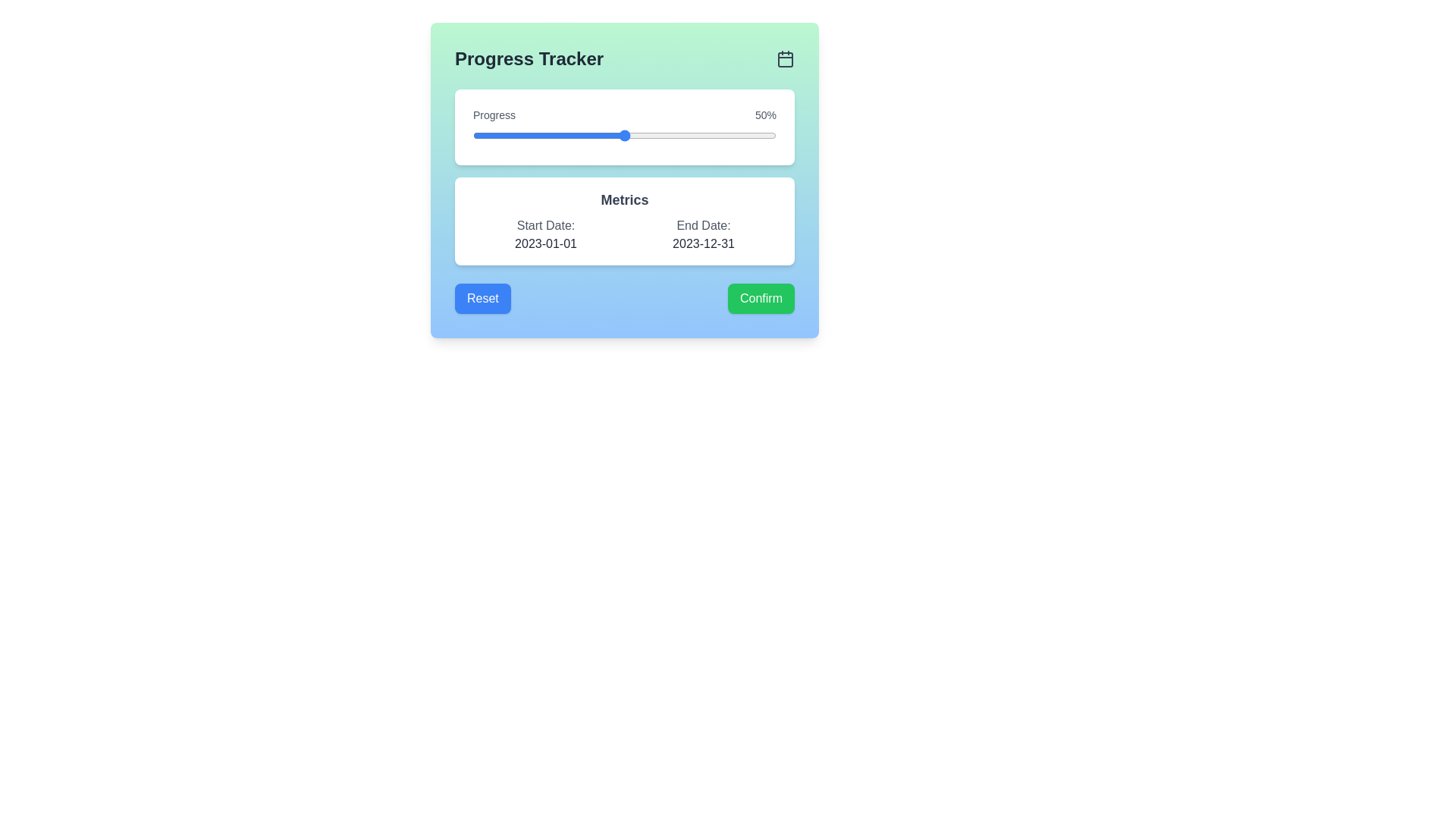  Describe the element at coordinates (702, 225) in the screenshot. I see `text label 'End Date:' located in the bottom section labeled 'Metrics', which is positioned to the right of 'Start Date' and above the date value '2023-12-31'` at that location.